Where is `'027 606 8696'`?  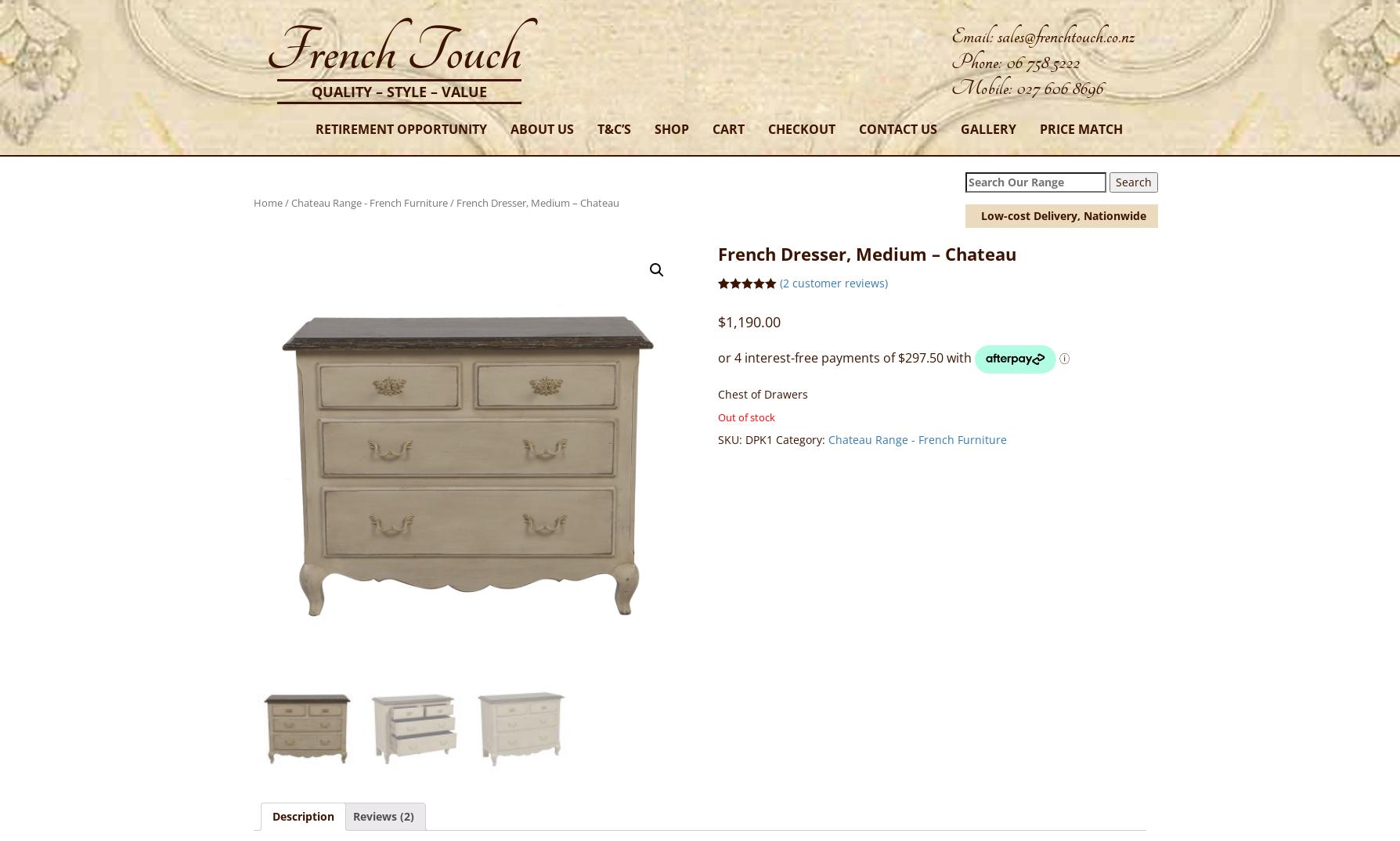
'027 606 8696' is located at coordinates (1059, 87).